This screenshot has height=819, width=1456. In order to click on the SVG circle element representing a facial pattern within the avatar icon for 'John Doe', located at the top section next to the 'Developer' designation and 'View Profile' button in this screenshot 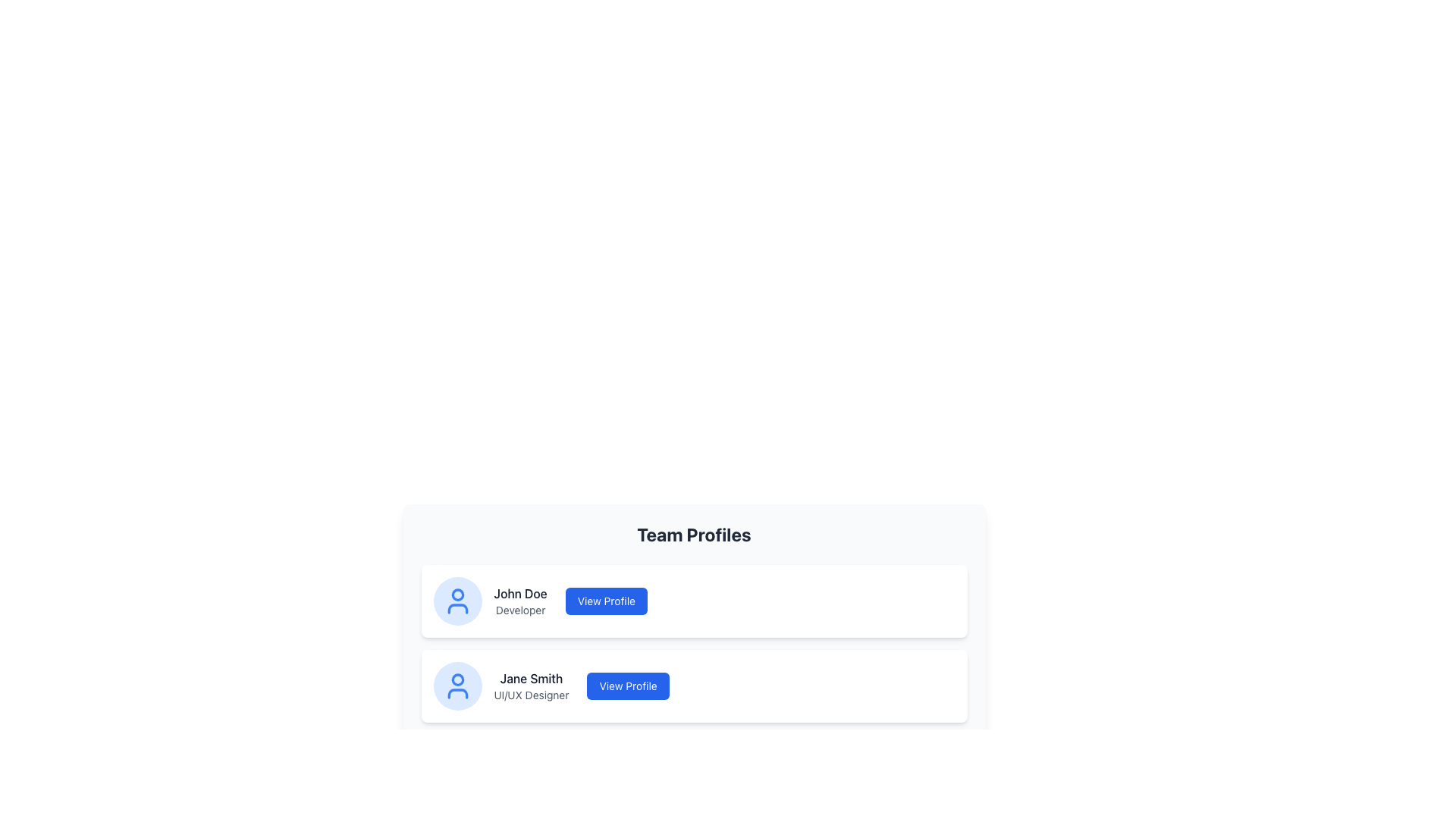, I will do `click(457, 594)`.